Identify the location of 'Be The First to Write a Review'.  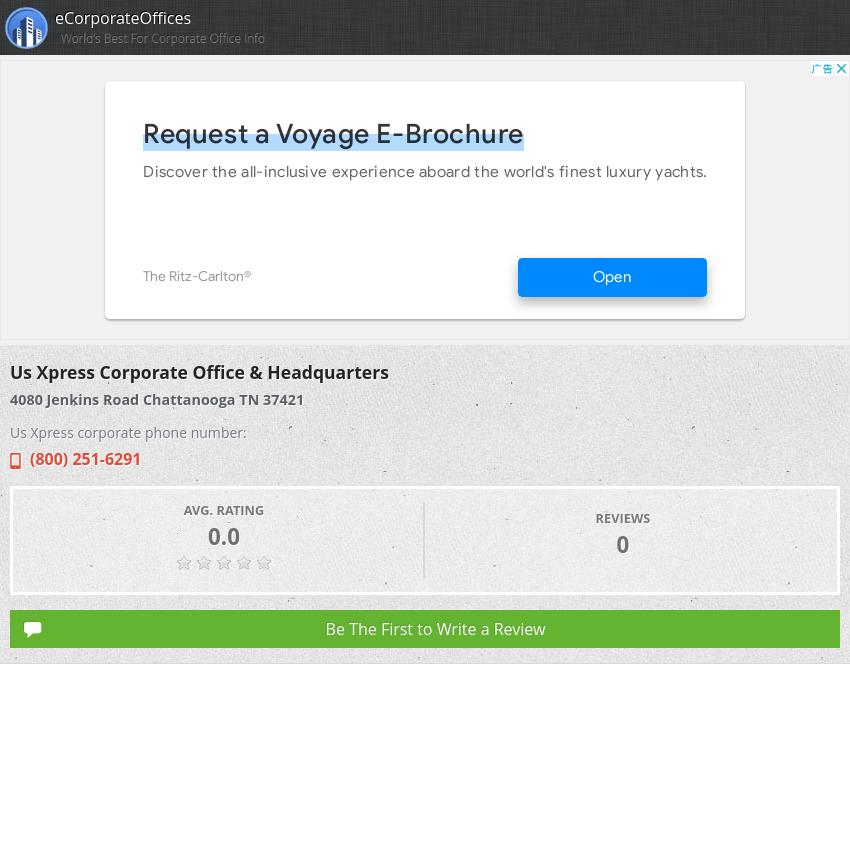
(325, 627).